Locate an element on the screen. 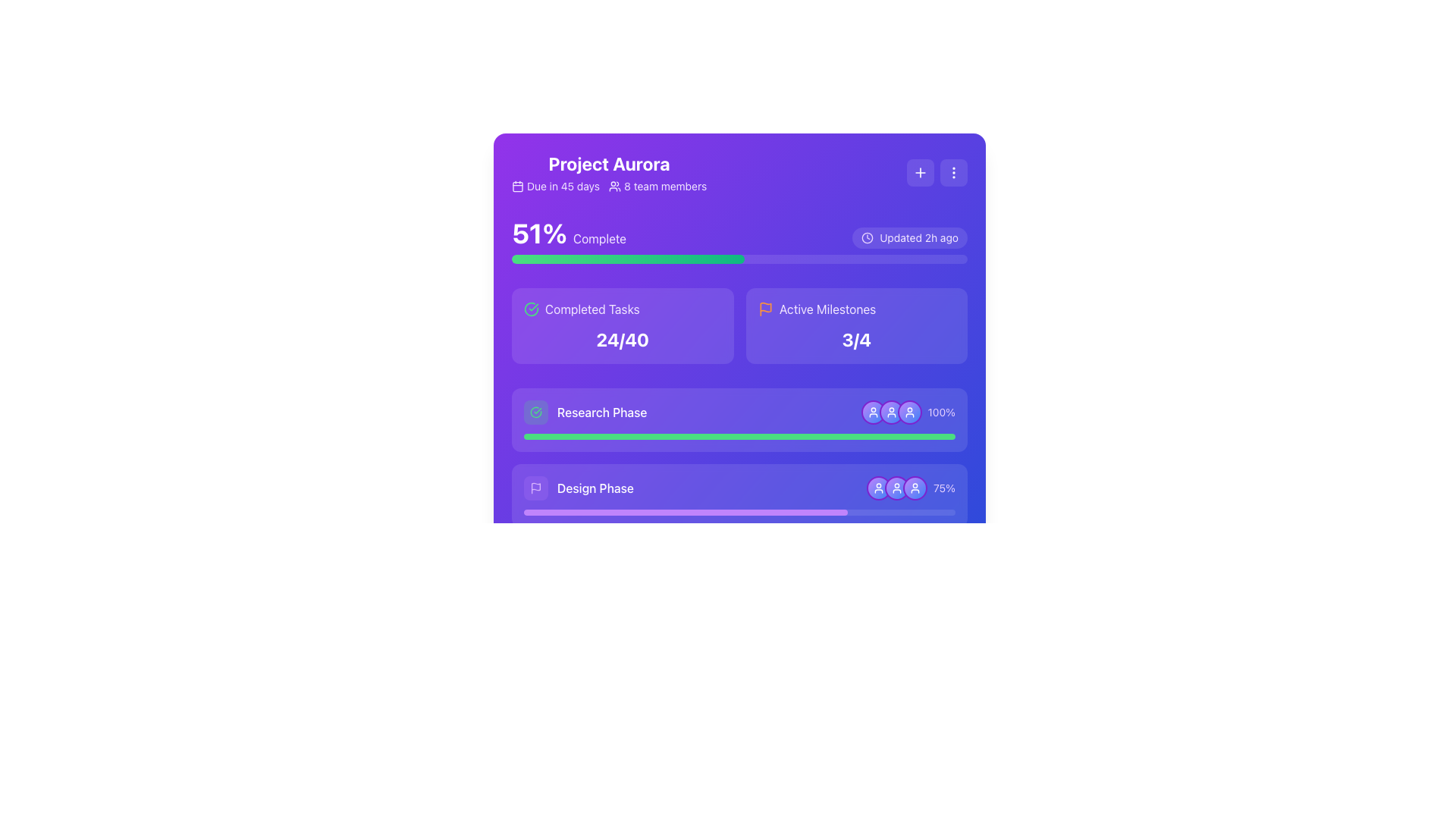 The height and width of the screenshot is (819, 1456). the white user silhouette icon with a circular gradient background located at the top-right corner of the header section is located at coordinates (896, 488).